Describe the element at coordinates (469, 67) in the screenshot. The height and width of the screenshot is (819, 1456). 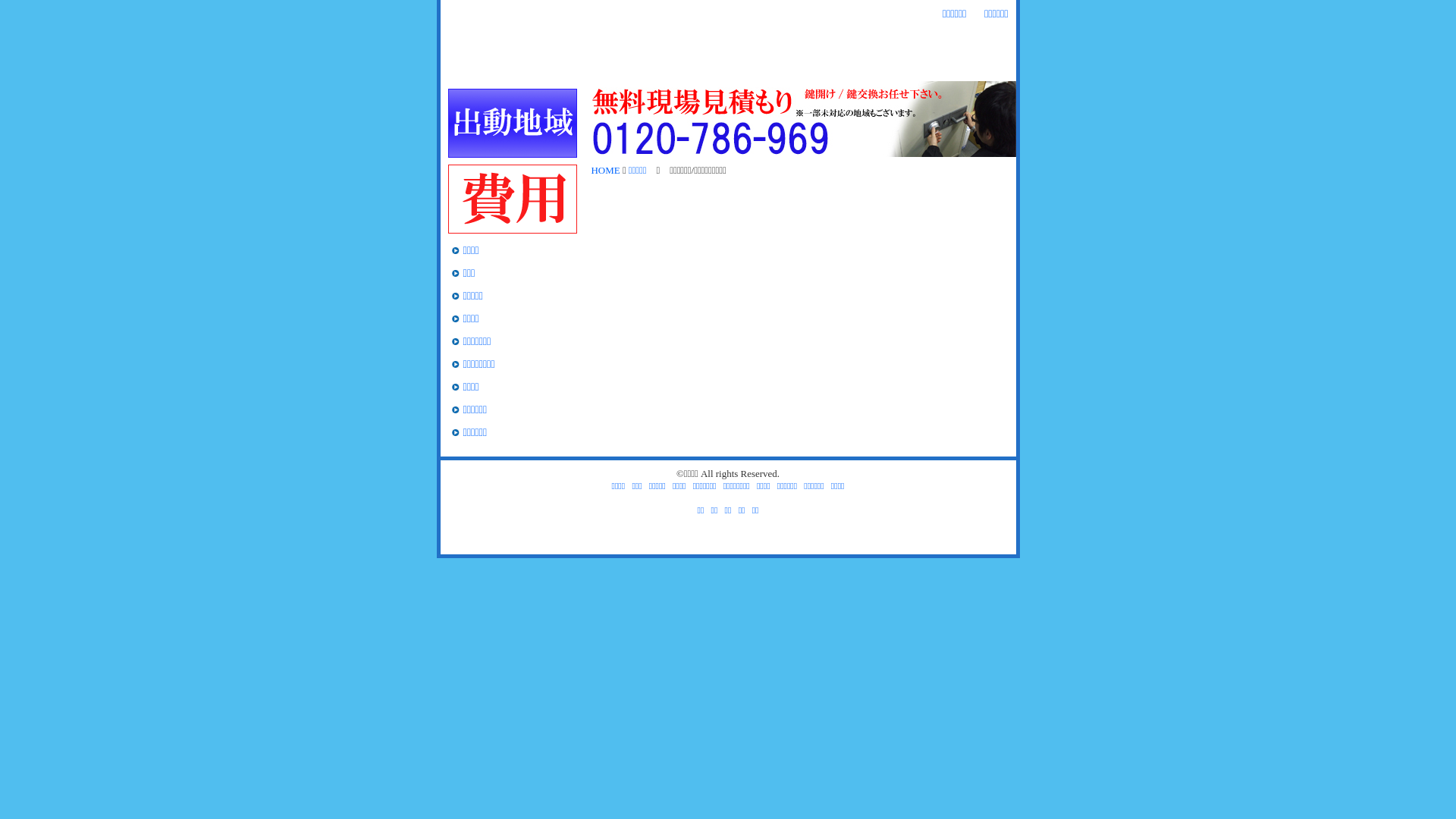
I see `'HOME'` at that location.